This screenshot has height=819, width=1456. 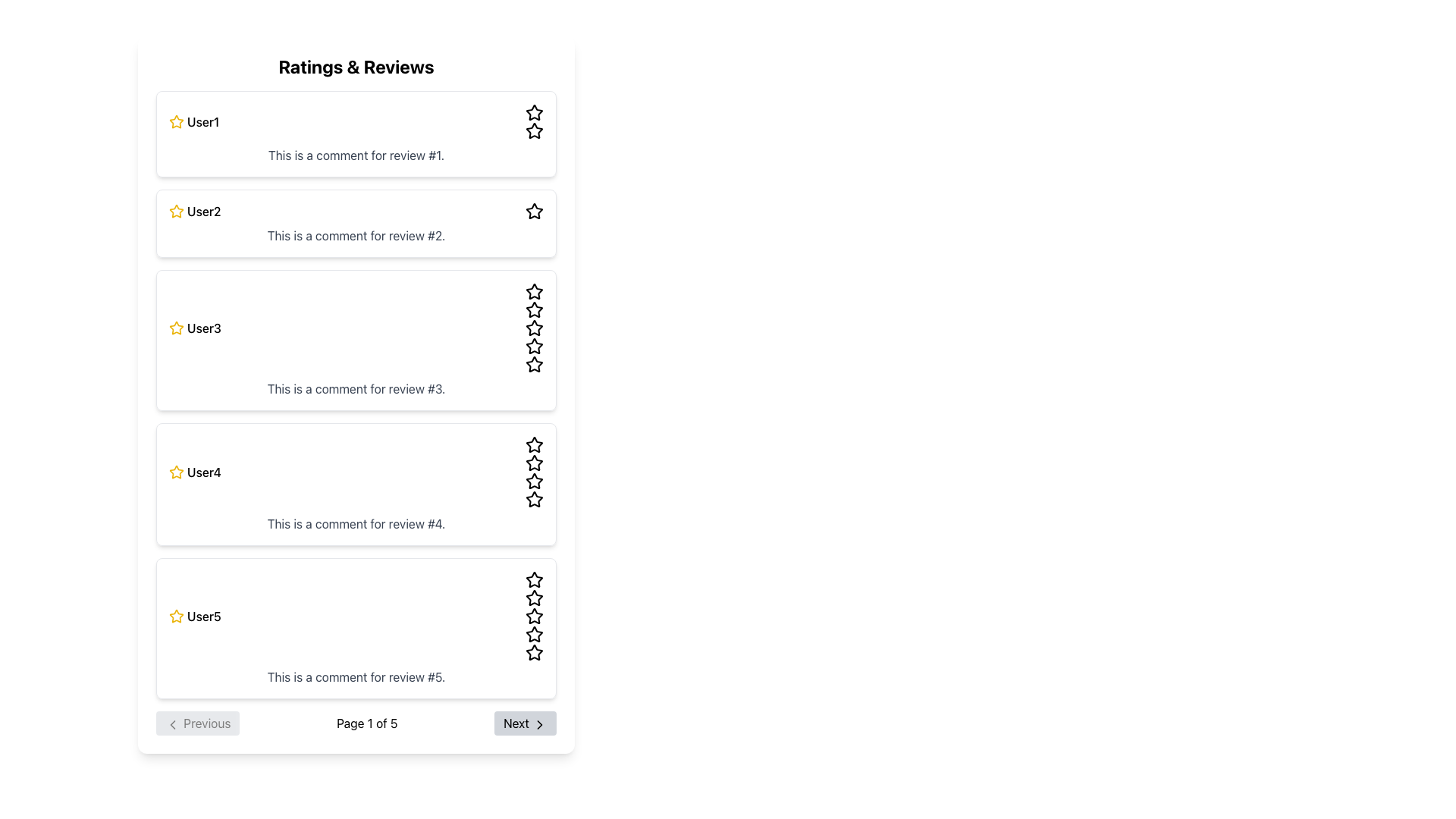 I want to click on the 'Next' button located at the bottom-right section of the pagination controls, which features a right-facing arrow icon for navigating to the next page of the review list, so click(x=539, y=723).